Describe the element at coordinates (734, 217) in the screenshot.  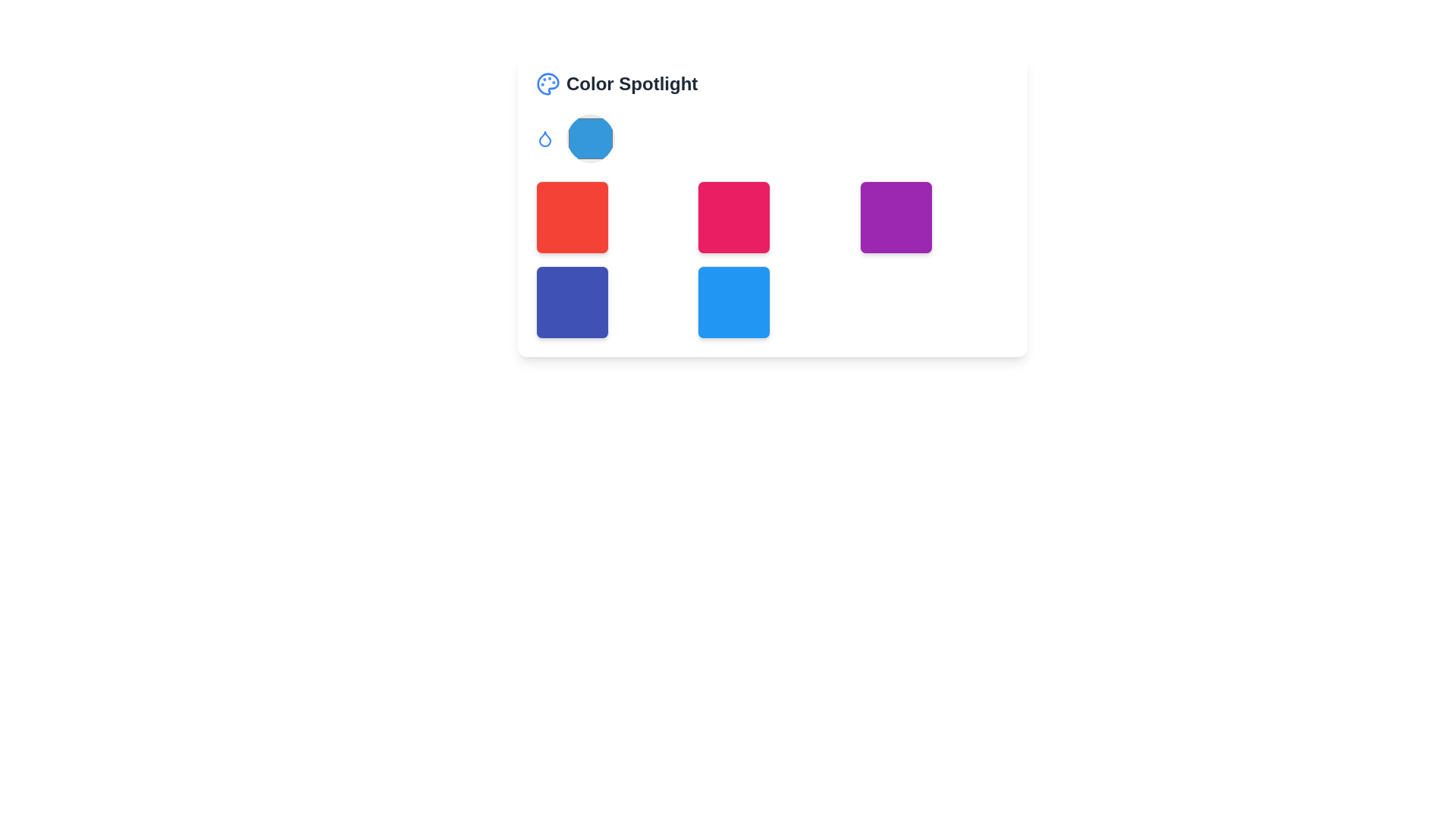
I see `the second colored square in the first row of the 3x2 grid` at that location.